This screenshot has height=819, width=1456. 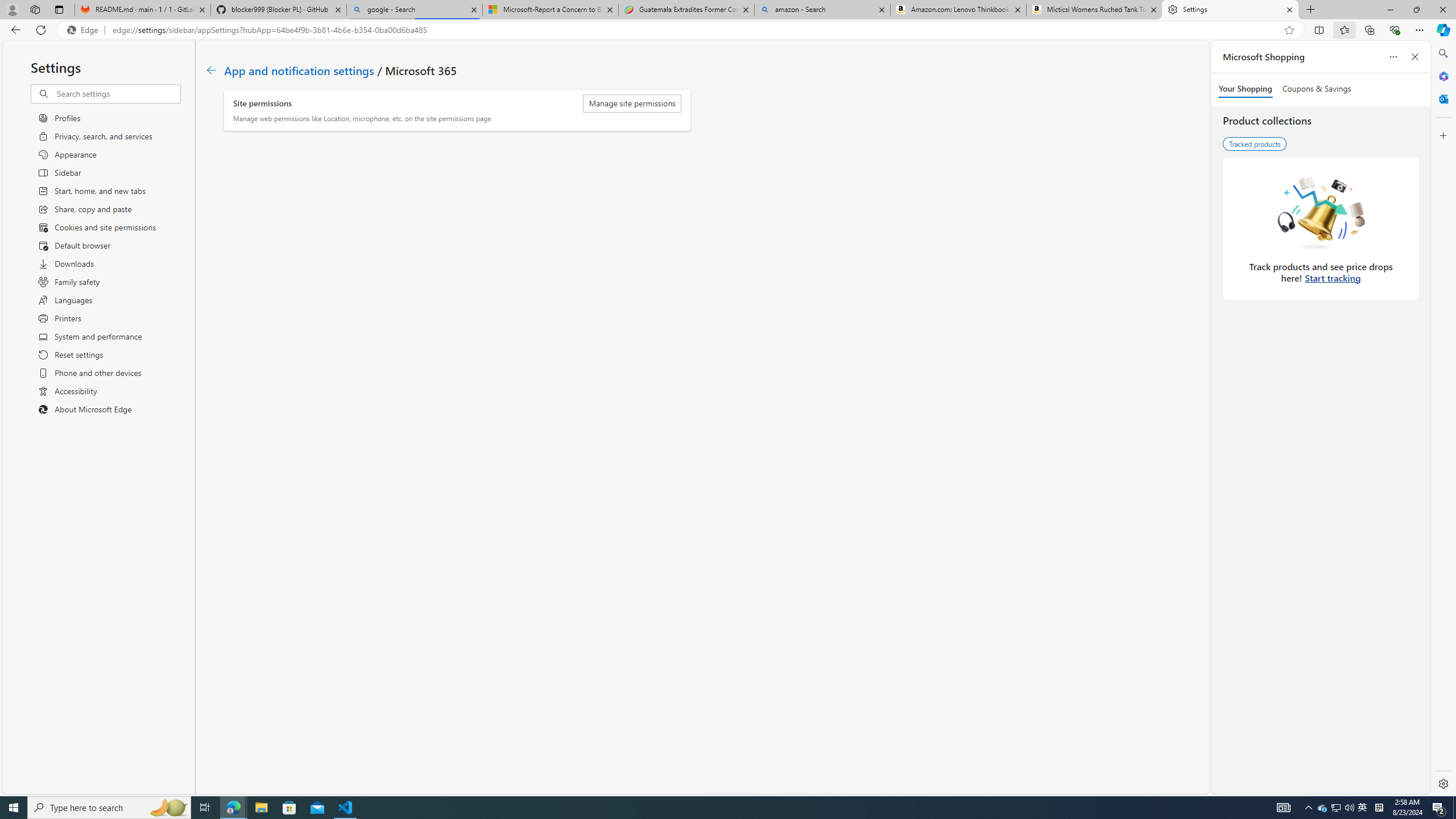 What do you see at coordinates (549, 9) in the screenshot?
I see `'Microsoft-Report a Concern to Bing'` at bounding box center [549, 9].